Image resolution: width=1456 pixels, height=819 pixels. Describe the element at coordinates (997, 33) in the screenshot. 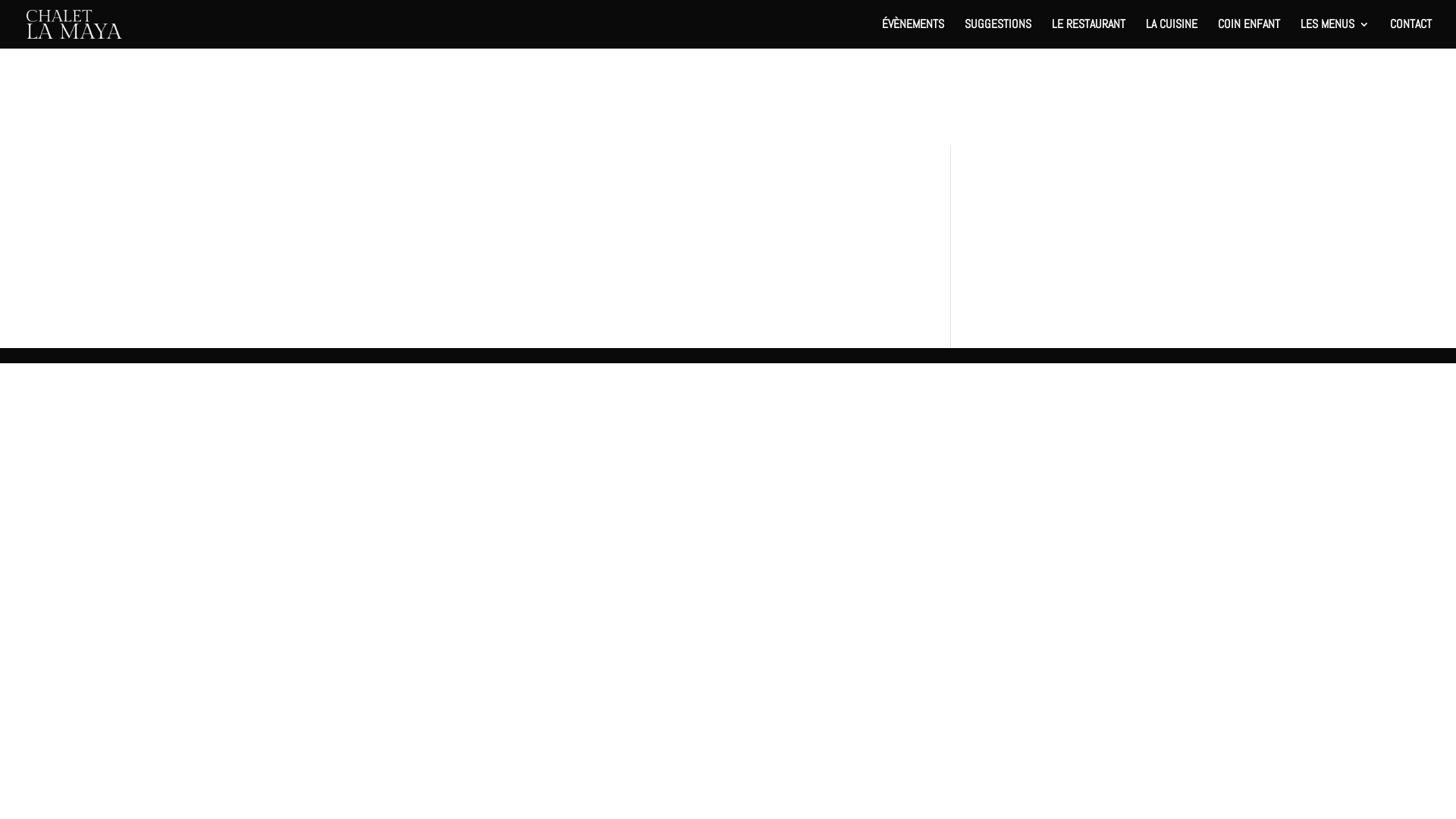

I see `'SUGGESTIONS'` at that location.